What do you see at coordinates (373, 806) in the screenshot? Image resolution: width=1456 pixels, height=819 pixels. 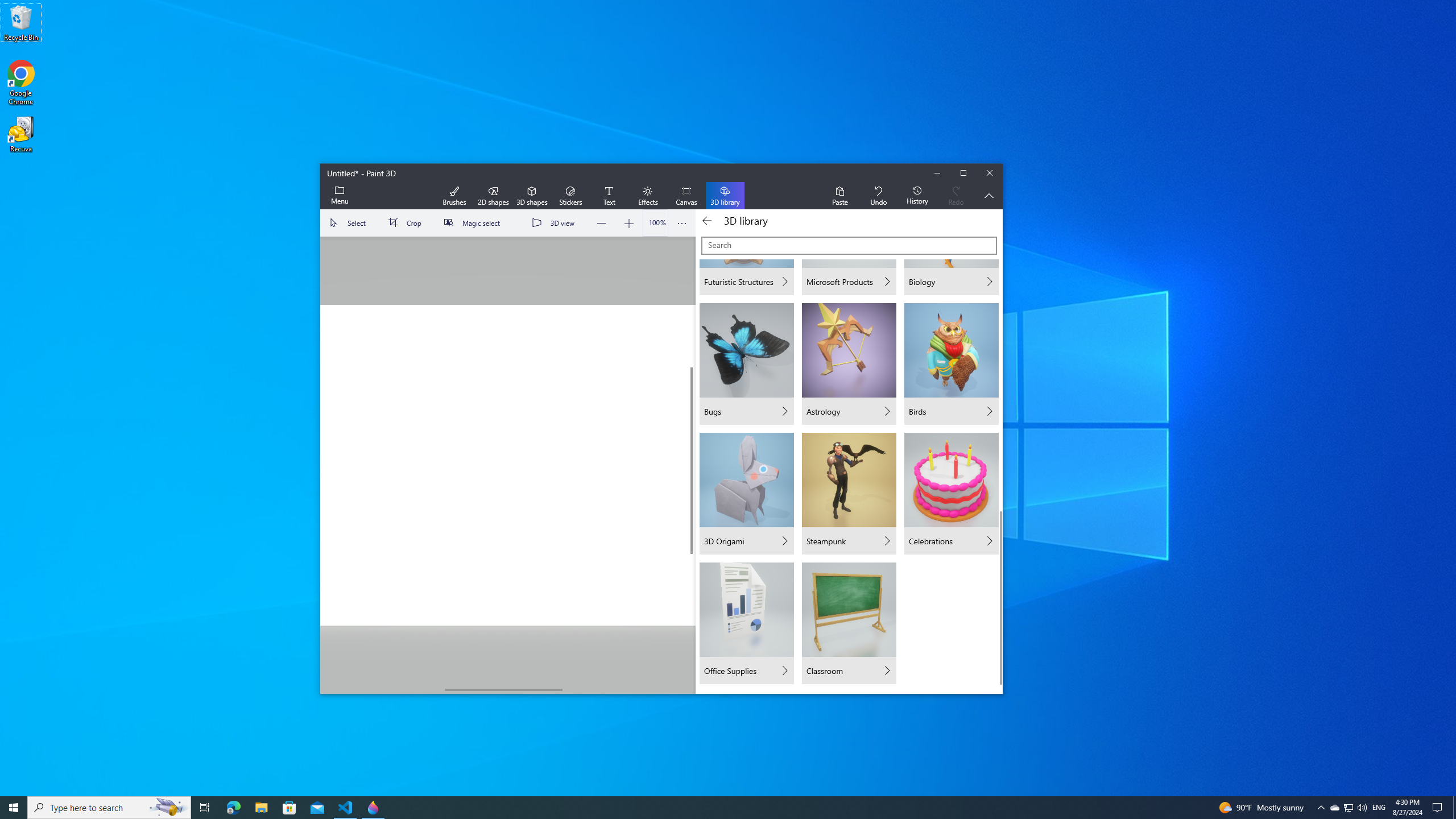 I see `'Paint 3D - 1 running window'` at bounding box center [373, 806].